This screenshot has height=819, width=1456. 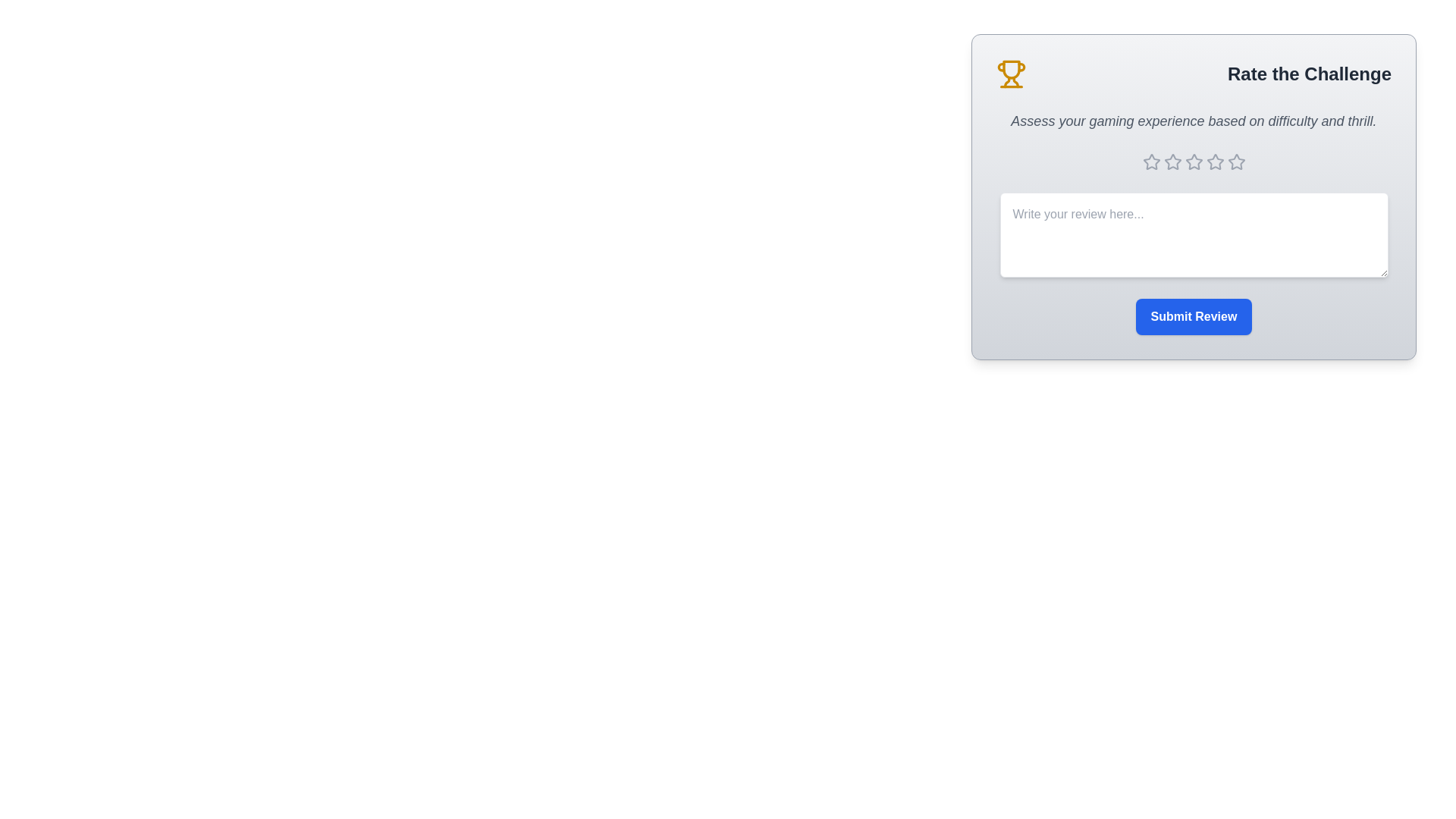 What do you see at coordinates (1151, 162) in the screenshot?
I see `the star corresponding to the desired rating 1` at bounding box center [1151, 162].